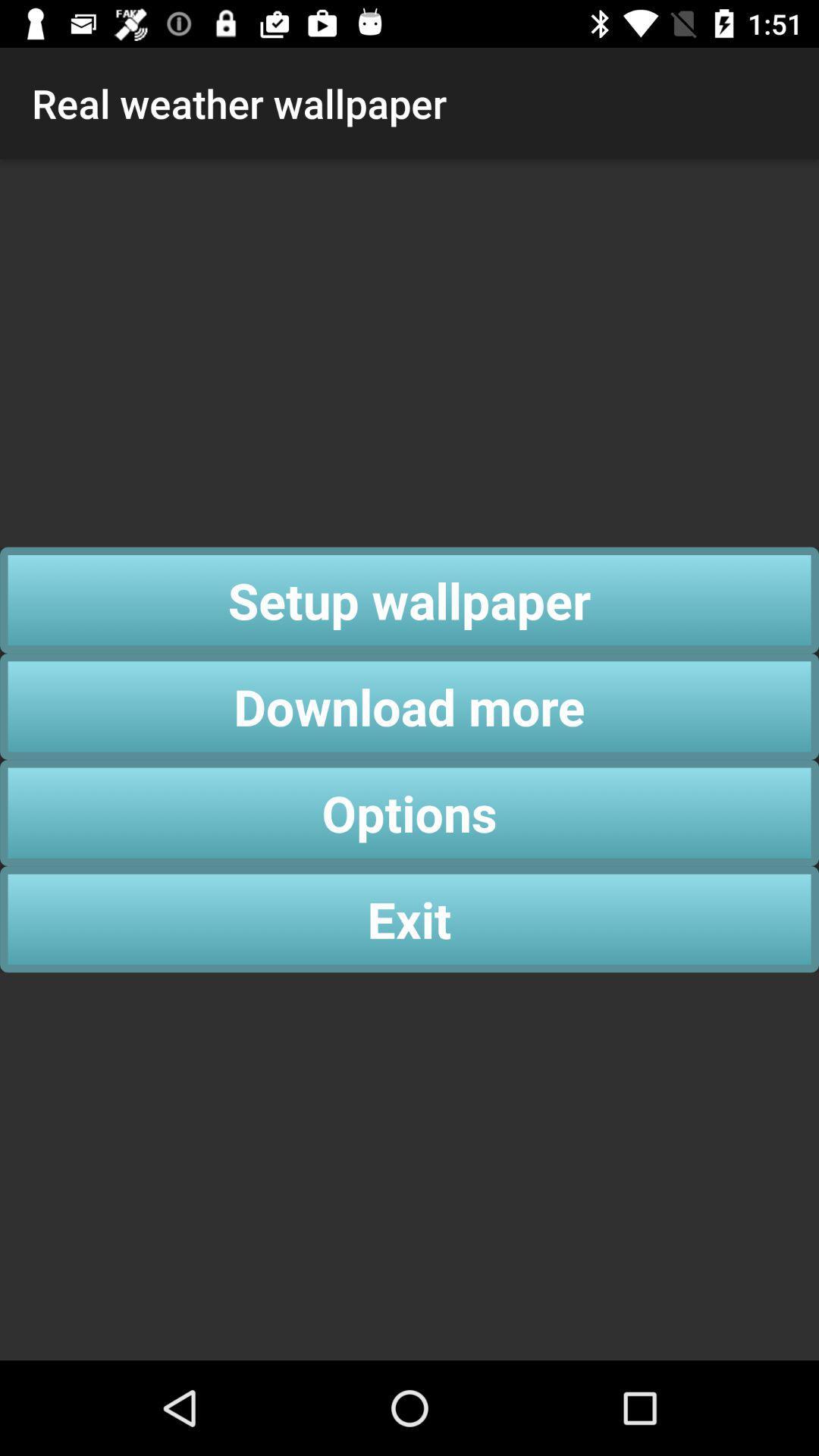  Describe the element at coordinates (409, 705) in the screenshot. I see `icon above options button` at that location.